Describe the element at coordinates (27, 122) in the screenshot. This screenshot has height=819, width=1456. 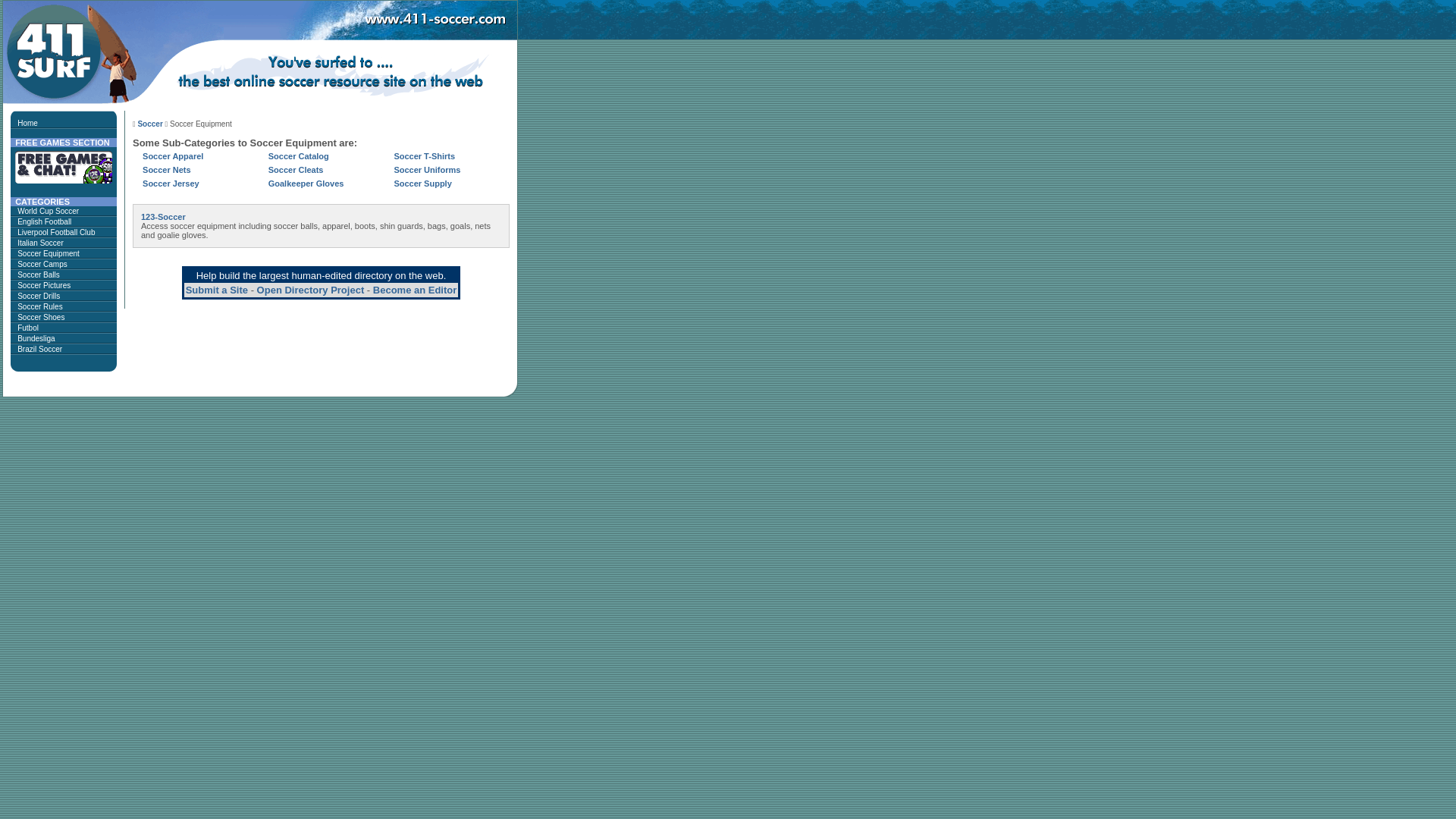
I see `'Home'` at that location.